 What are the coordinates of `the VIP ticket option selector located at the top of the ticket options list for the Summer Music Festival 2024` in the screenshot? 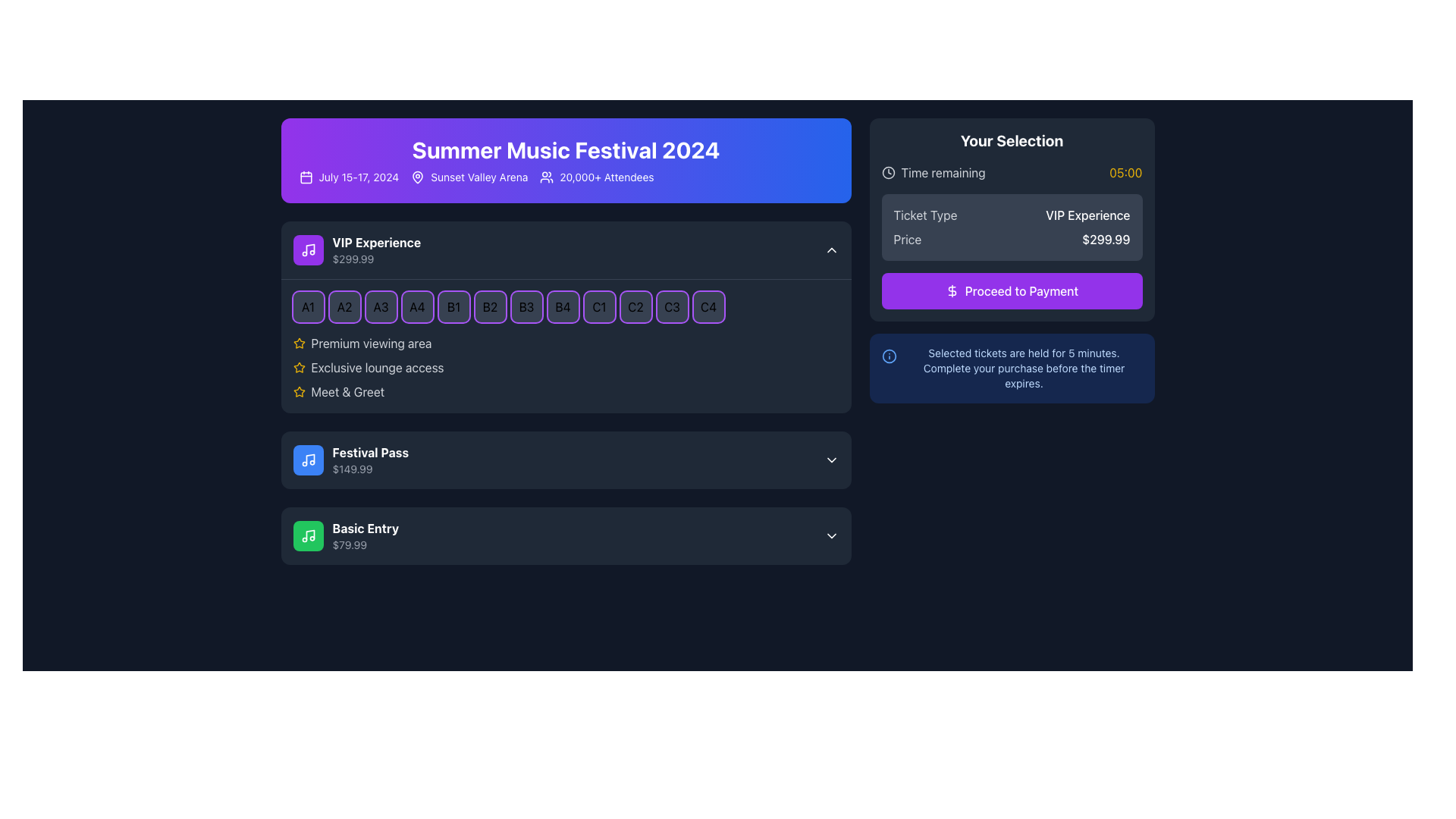 It's located at (356, 249).